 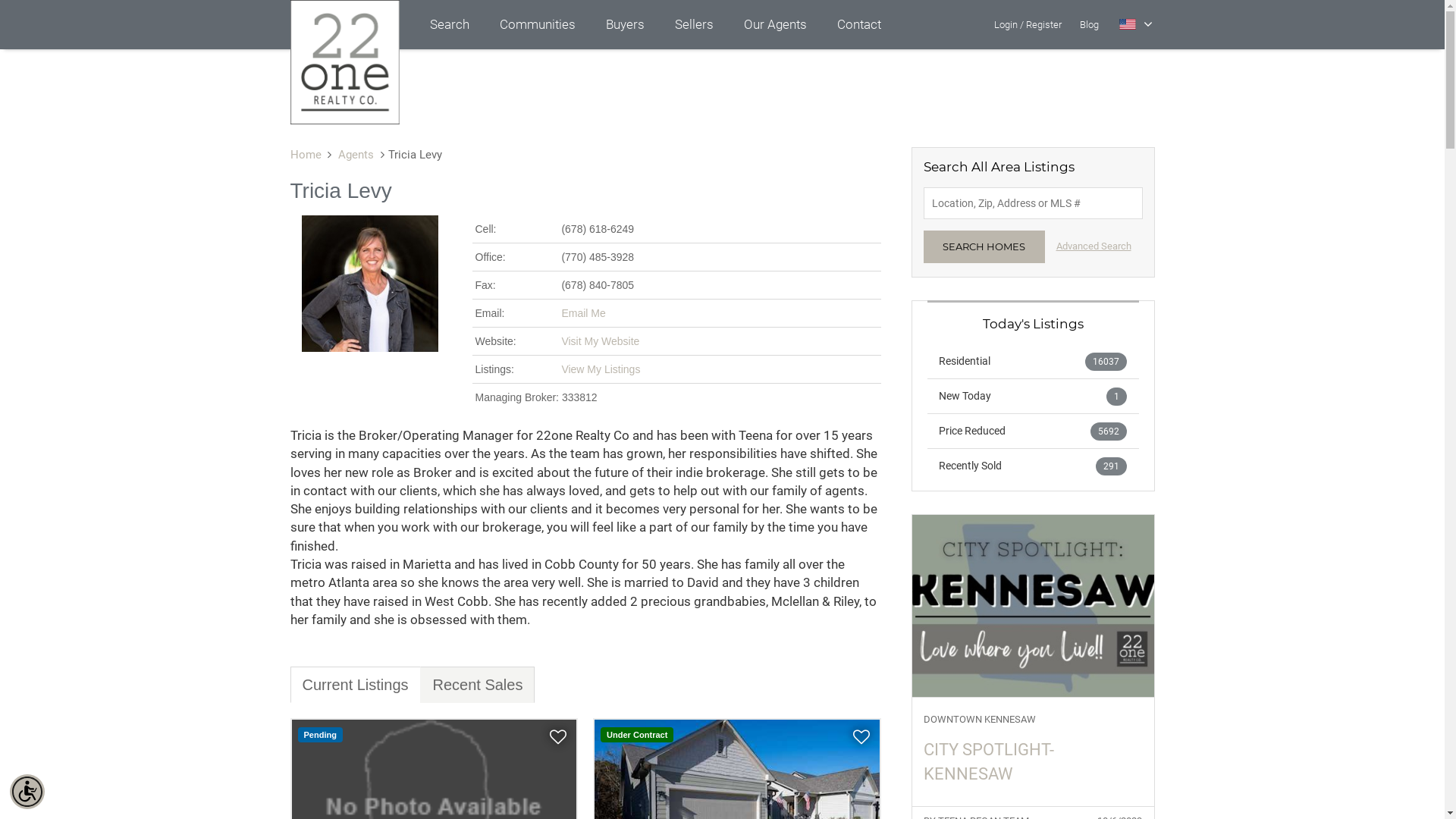 I want to click on 'Sellers', so click(x=693, y=24).